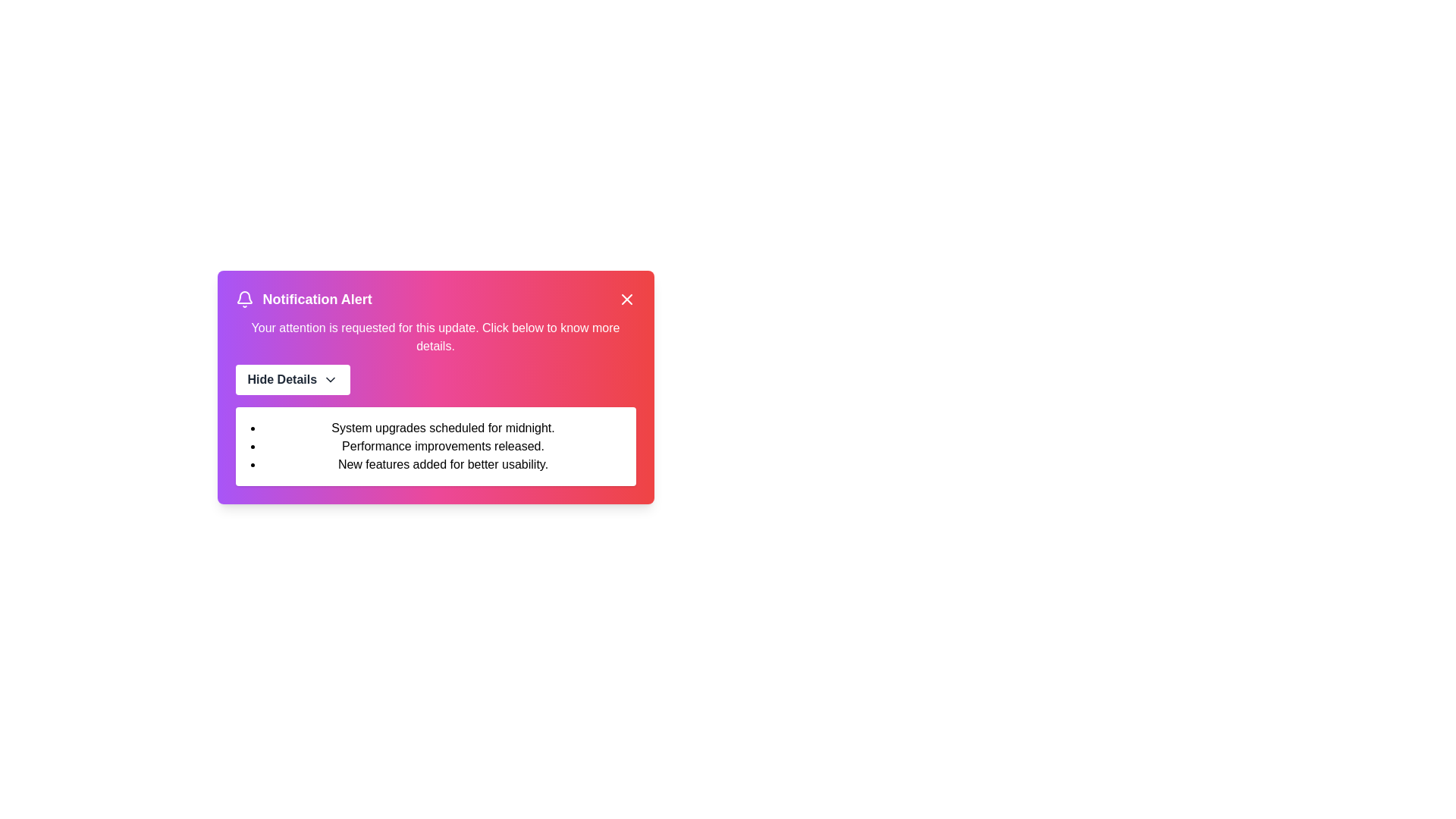 This screenshot has height=819, width=1456. I want to click on the 'X' button to close the notification, so click(626, 299).